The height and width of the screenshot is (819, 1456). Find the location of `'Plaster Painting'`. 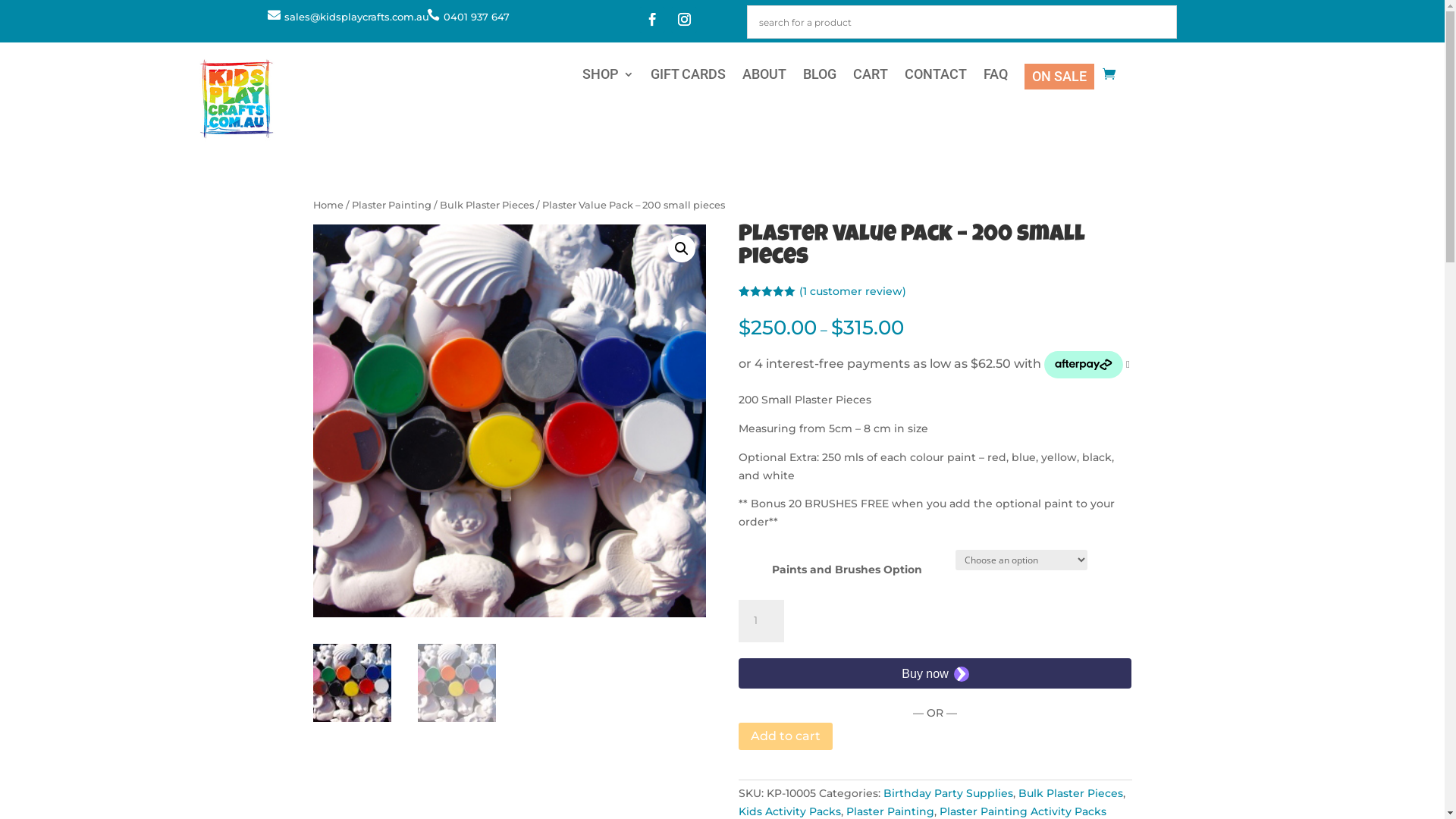

'Plaster Painting' is located at coordinates (890, 810).